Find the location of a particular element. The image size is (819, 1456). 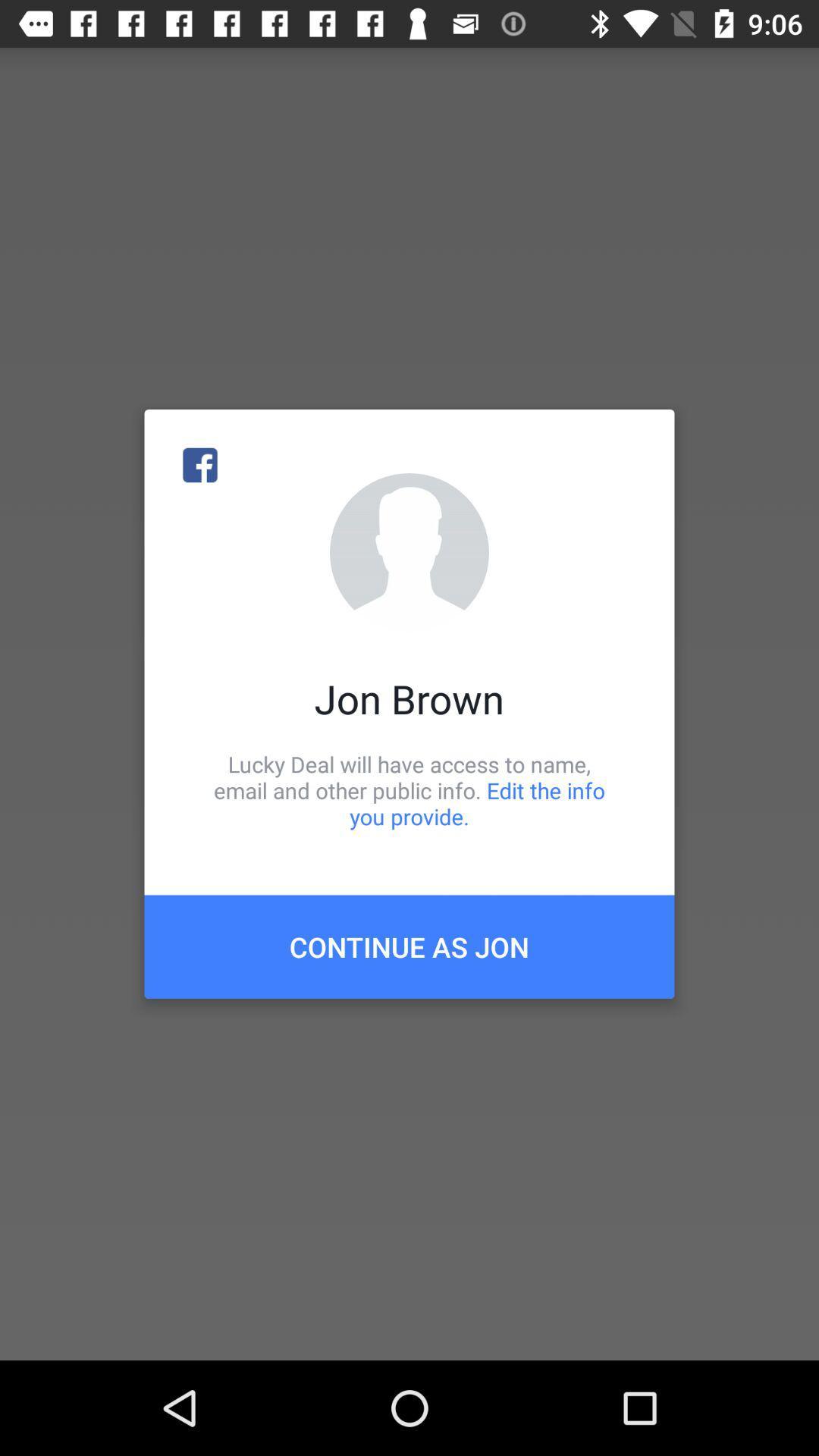

icon below jon brown is located at coordinates (409, 789).